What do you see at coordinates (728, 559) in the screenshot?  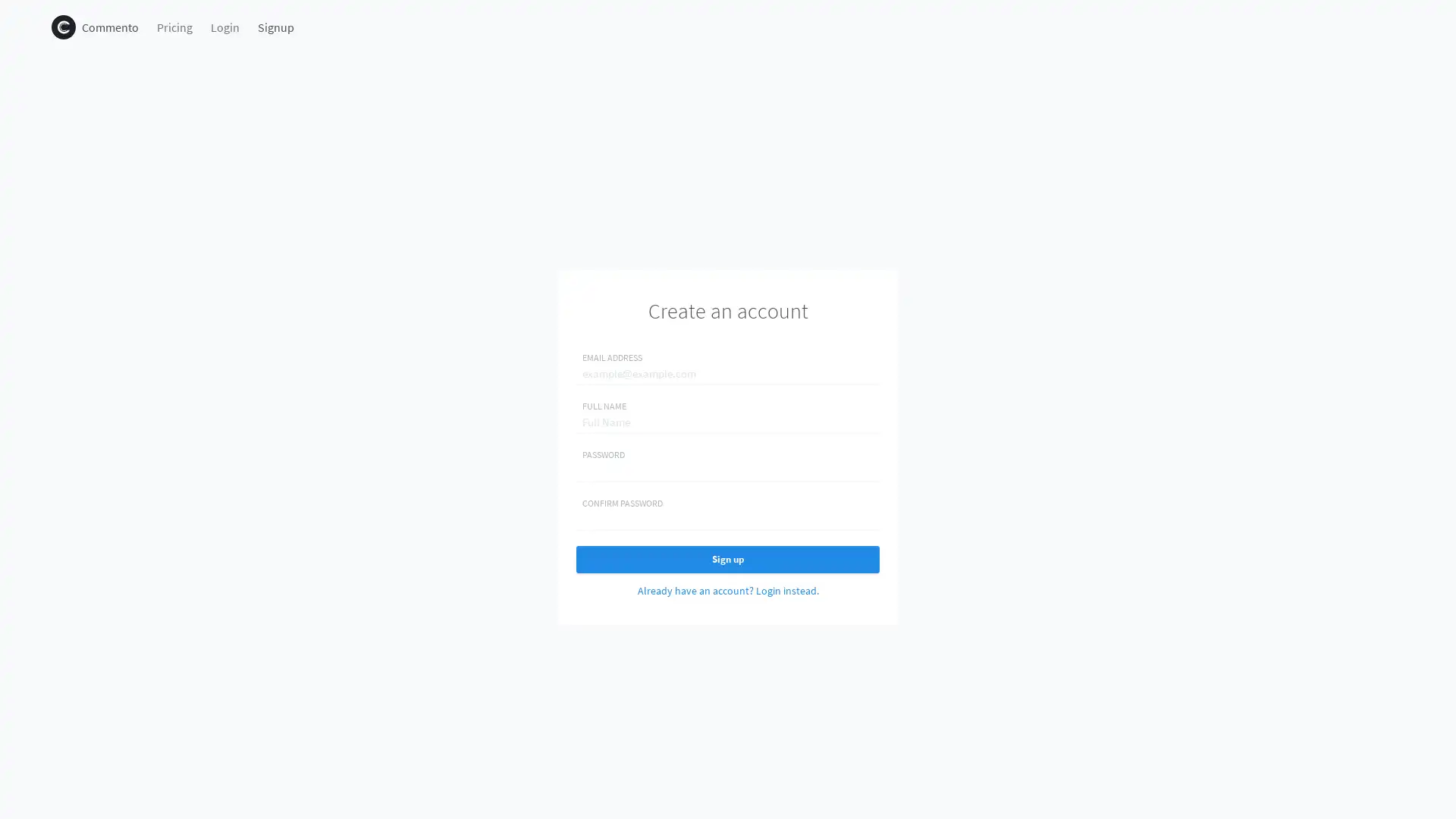 I see `Sign up` at bounding box center [728, 559].